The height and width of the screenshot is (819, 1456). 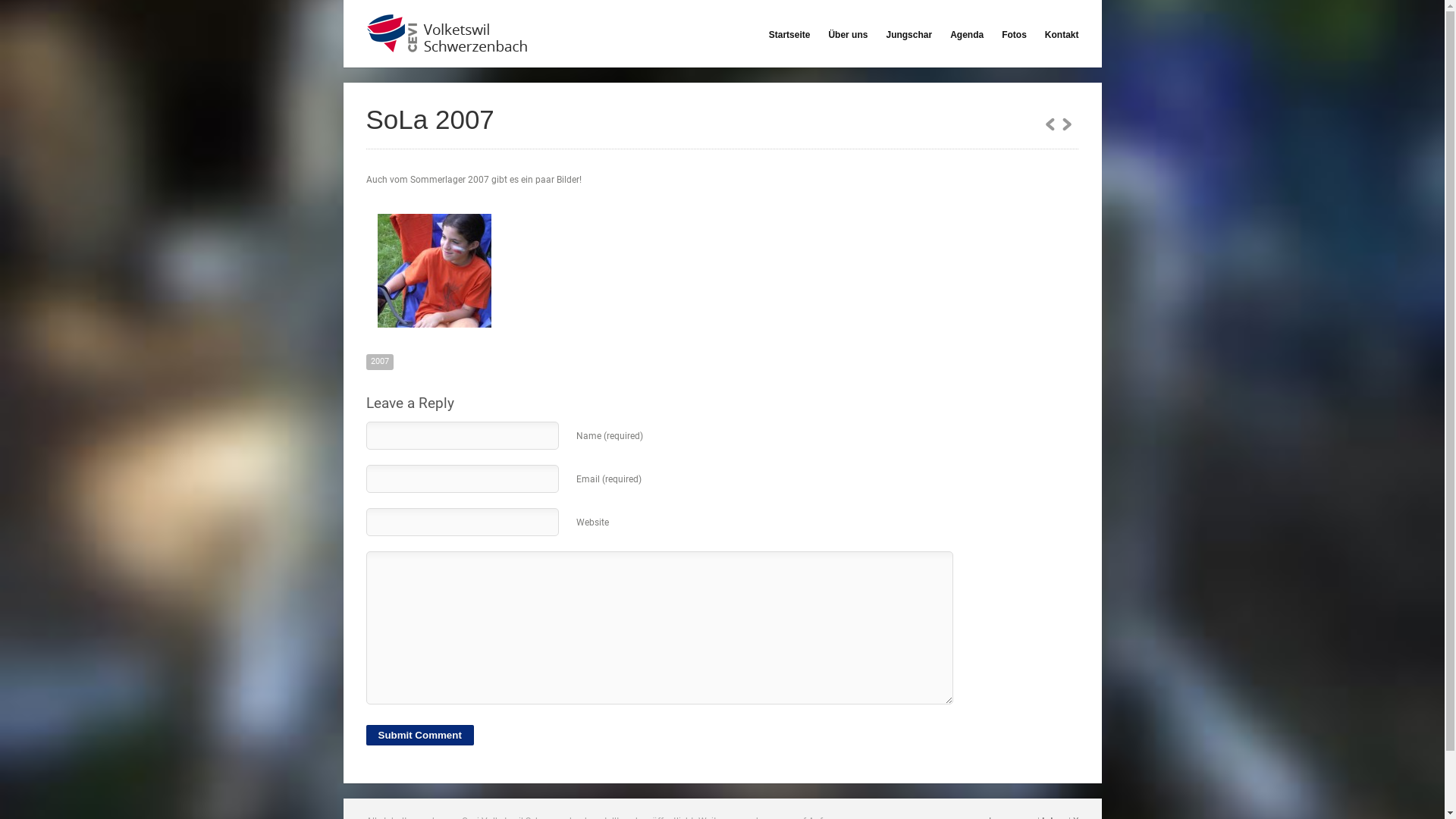 I want to click on 'Agenda', so click(x=949, y=34).